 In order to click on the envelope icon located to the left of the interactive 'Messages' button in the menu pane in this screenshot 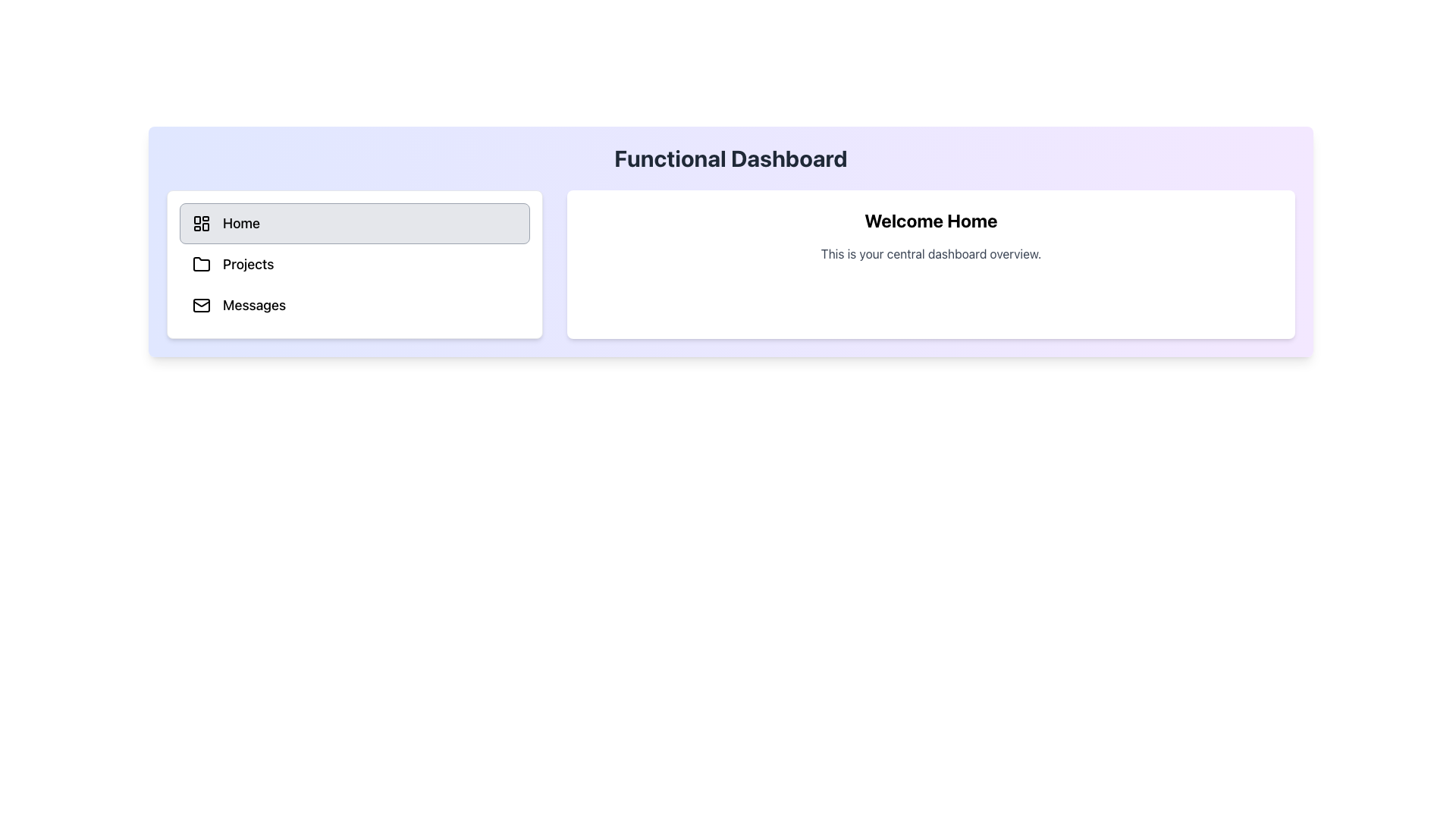, I will do `click(200, 305)`.